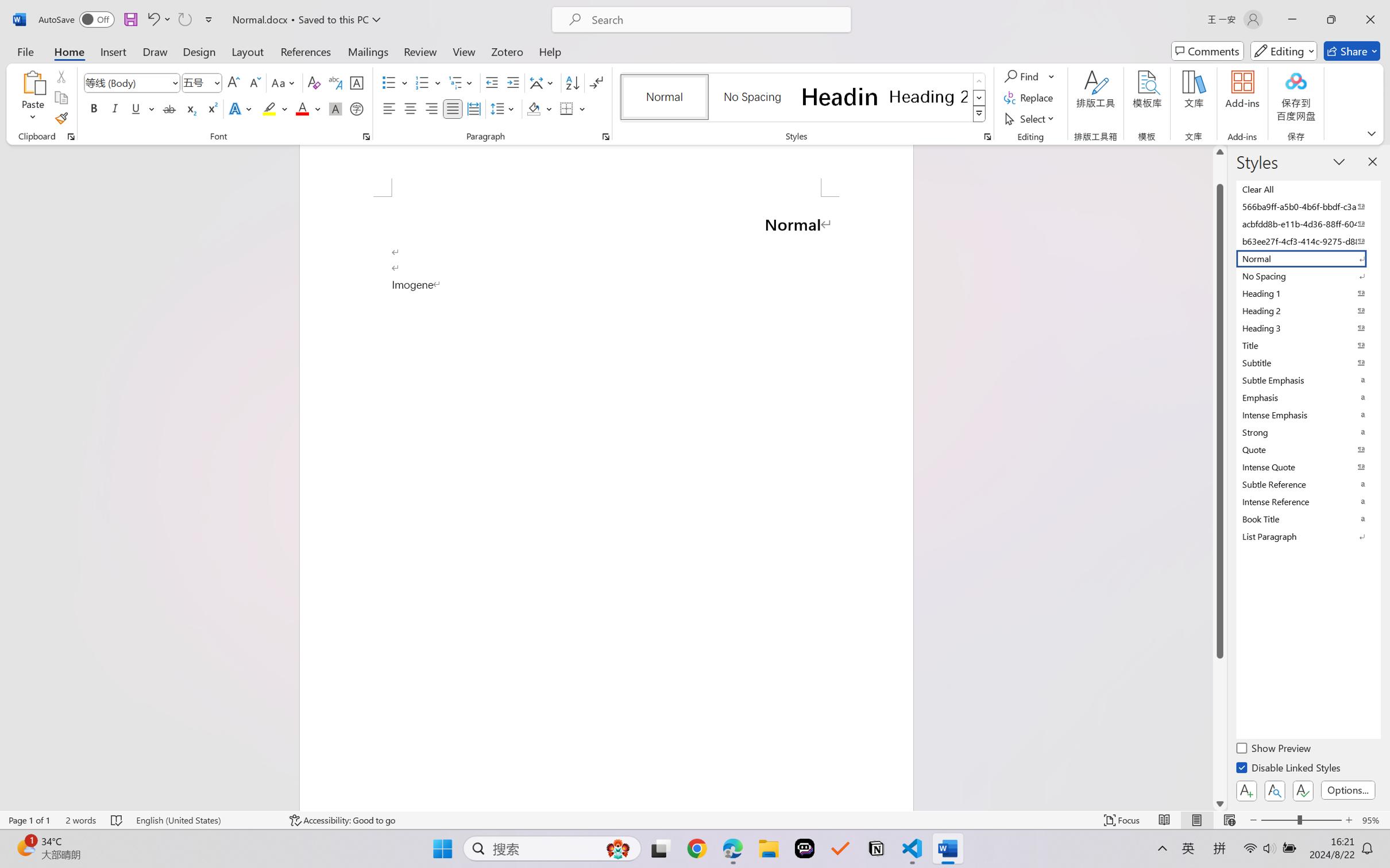  Describe the element at coordinates (313, 83) in the screenshot. I see `'Clear Formatting'` at that location.